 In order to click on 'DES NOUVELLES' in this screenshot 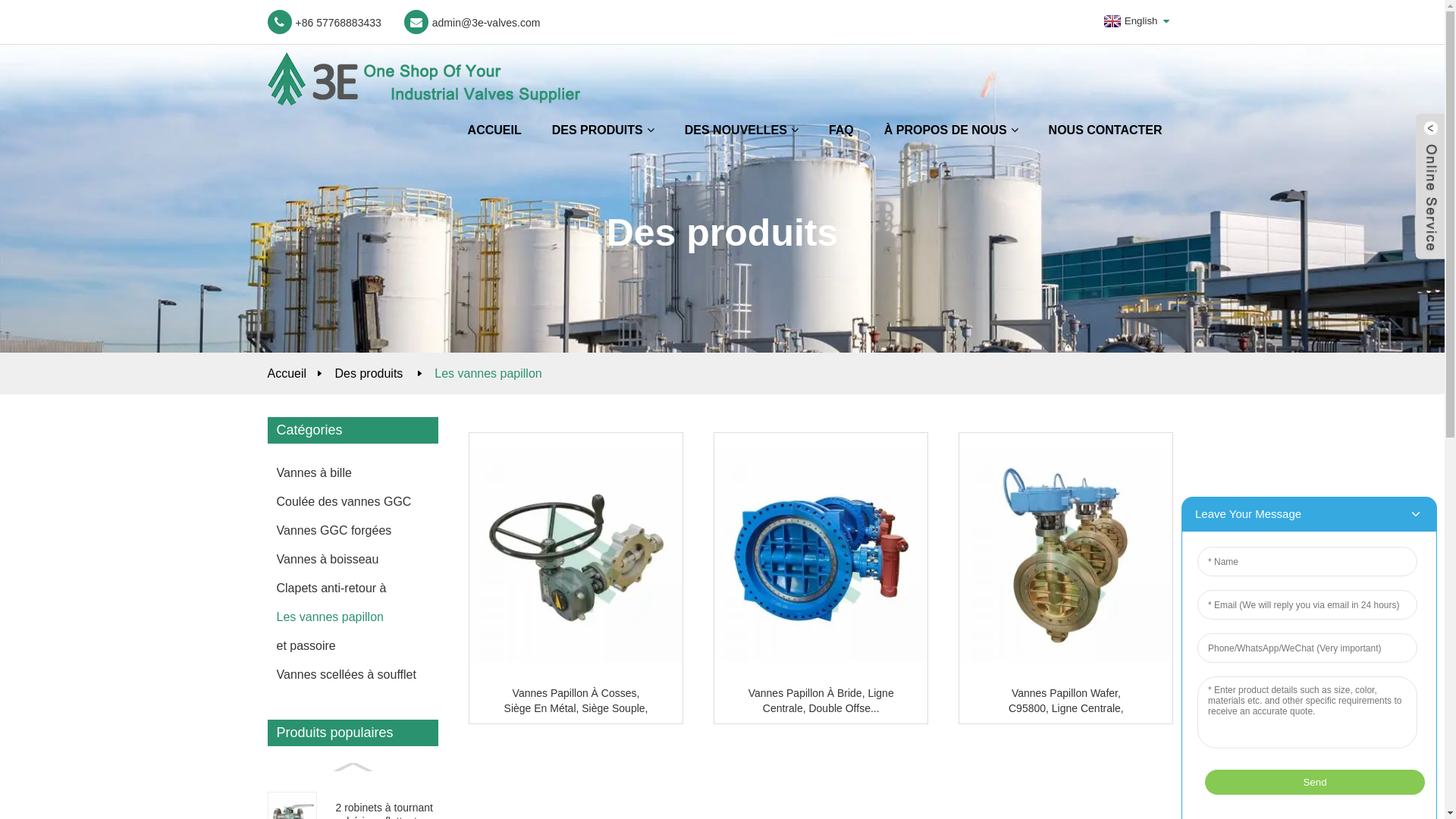, I will do `click(742, 129)`.